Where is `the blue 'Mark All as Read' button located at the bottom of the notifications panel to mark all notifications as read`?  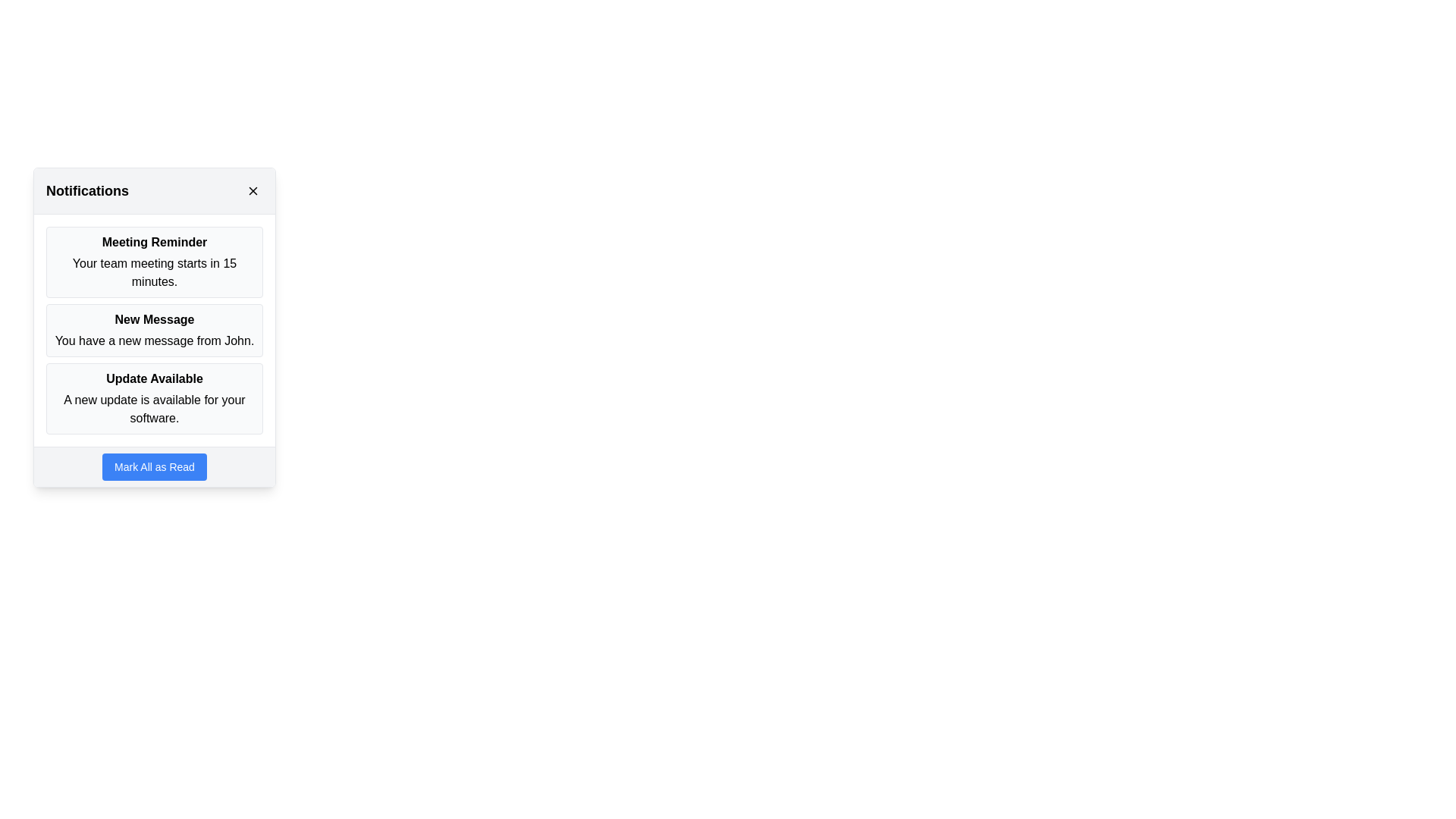 the blue 'Mark All as Read' button located at the bottom of the notifications panel to mark all notifications as read is located at coordinates (154, 465).